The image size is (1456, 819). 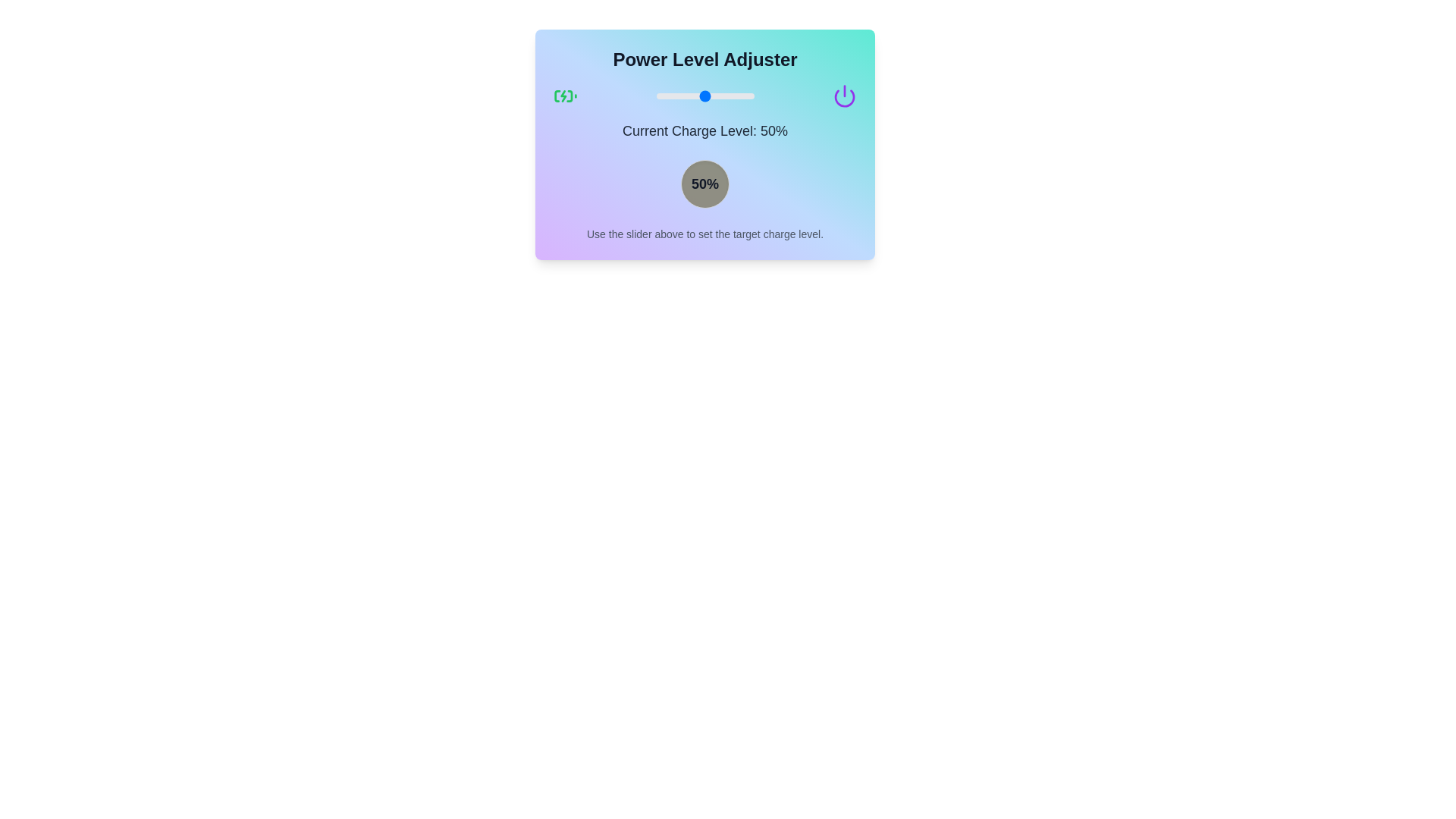 I want to click on the power level, so click(x=711, y=96).